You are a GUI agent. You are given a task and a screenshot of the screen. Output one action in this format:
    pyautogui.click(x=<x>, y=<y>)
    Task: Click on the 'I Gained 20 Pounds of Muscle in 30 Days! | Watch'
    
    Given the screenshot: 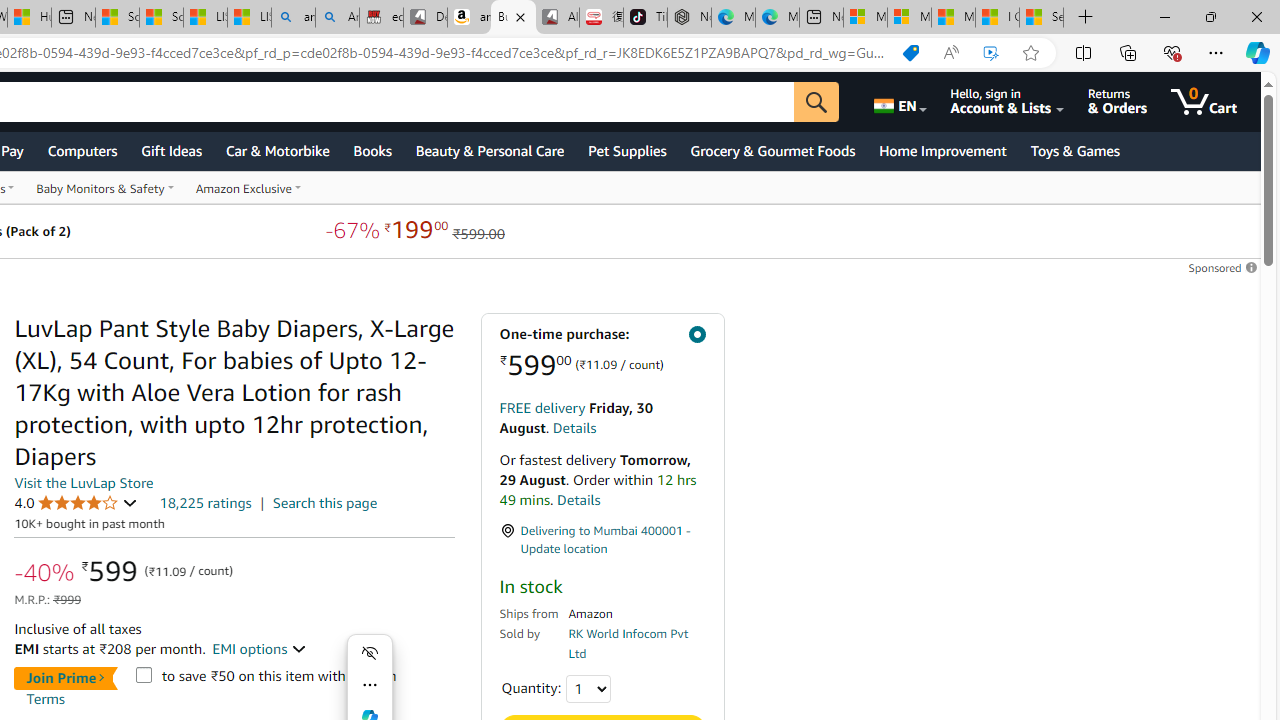 What is the action you would take?
    pyautogui.click(x=997, y=17)
    